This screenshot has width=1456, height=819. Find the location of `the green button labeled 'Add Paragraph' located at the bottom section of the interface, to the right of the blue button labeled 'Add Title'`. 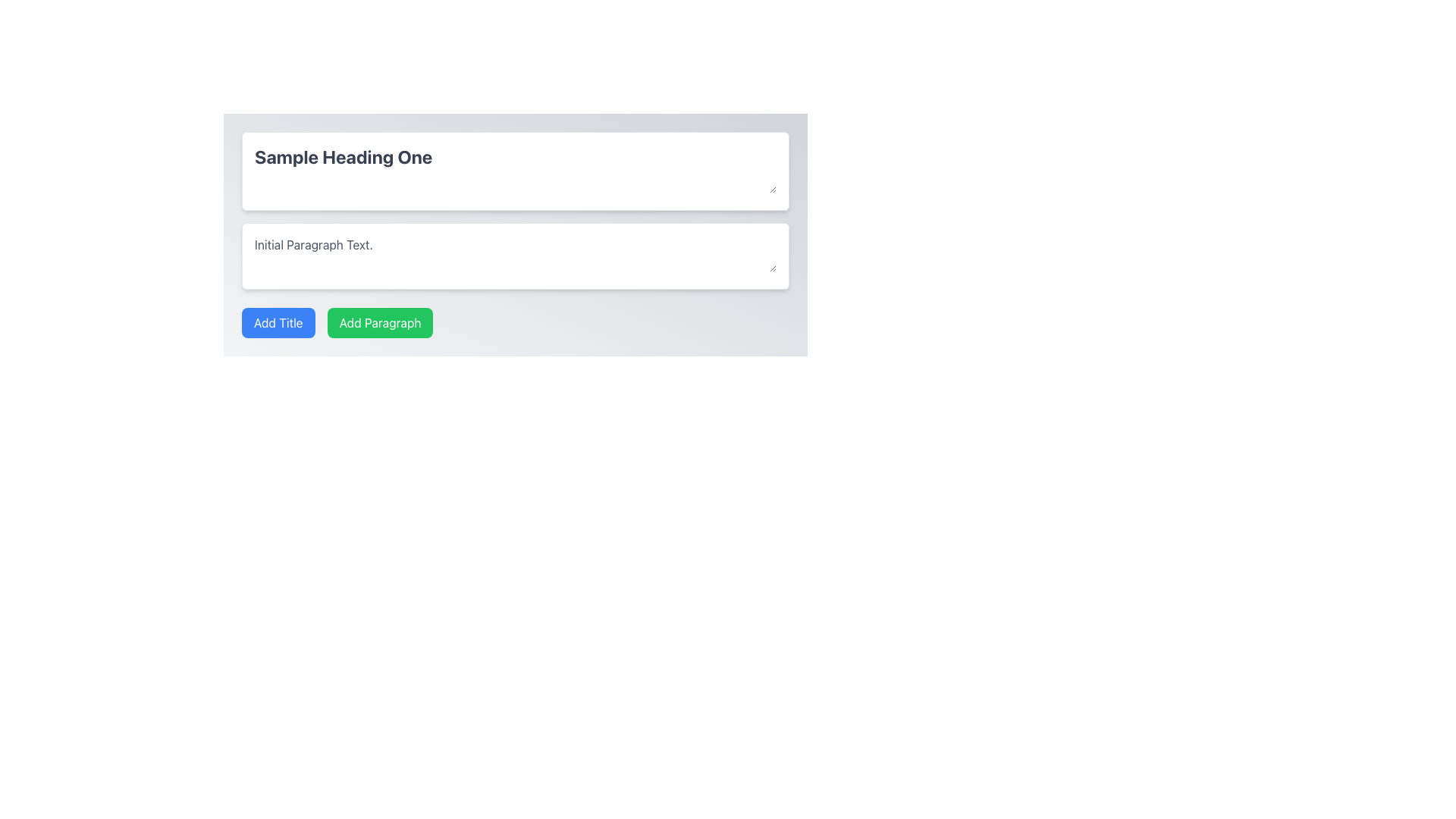

the green button labeled 'Add Paragraph' located at the bottom section of the interface, to the right of the blue button labeled 'Add Title' is located at coordinates (380, 322).